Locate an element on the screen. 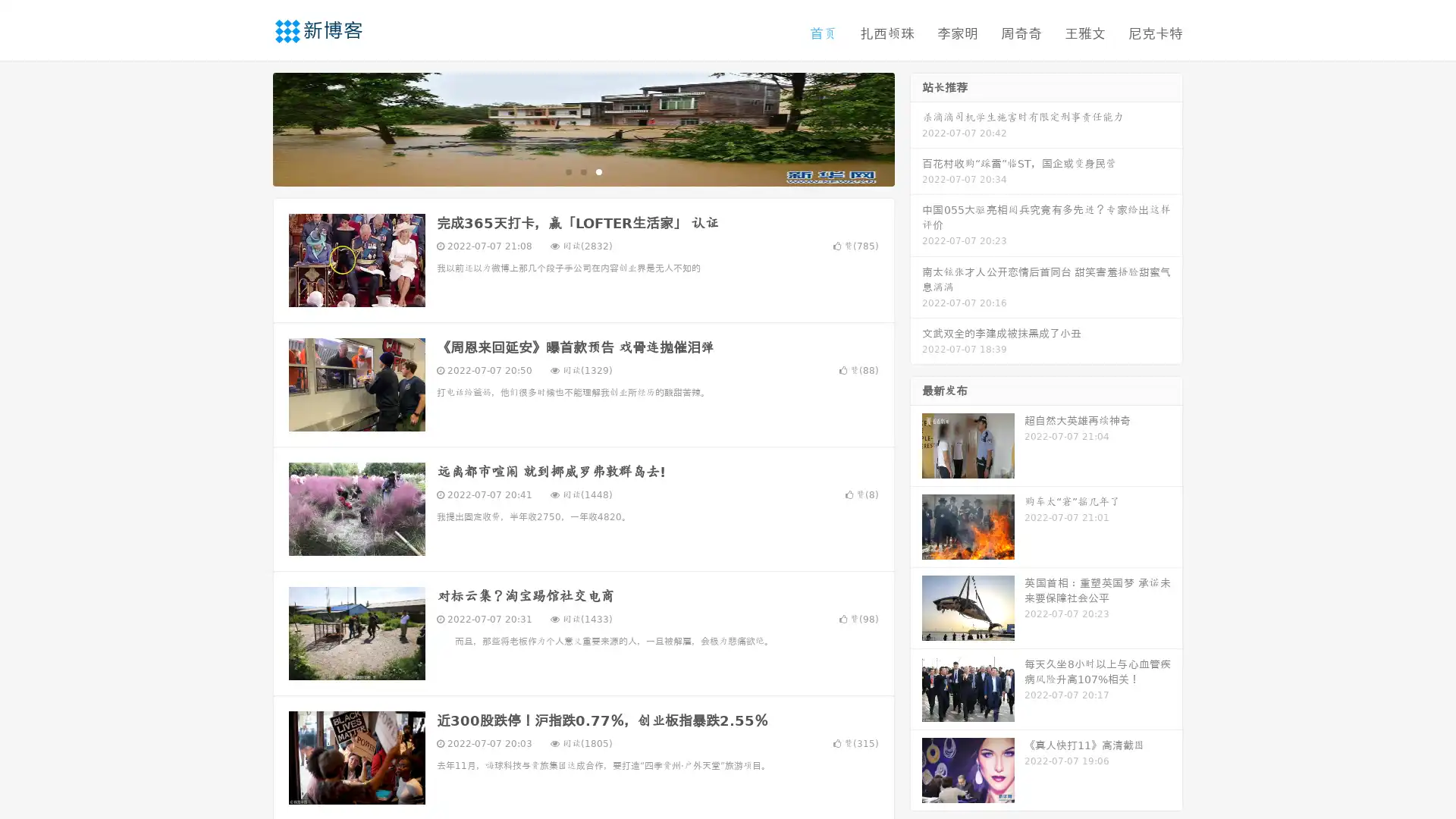 The width and height of the screenshot is (1456, 819). Go to slide 3 is located at coordinates (598, 171).